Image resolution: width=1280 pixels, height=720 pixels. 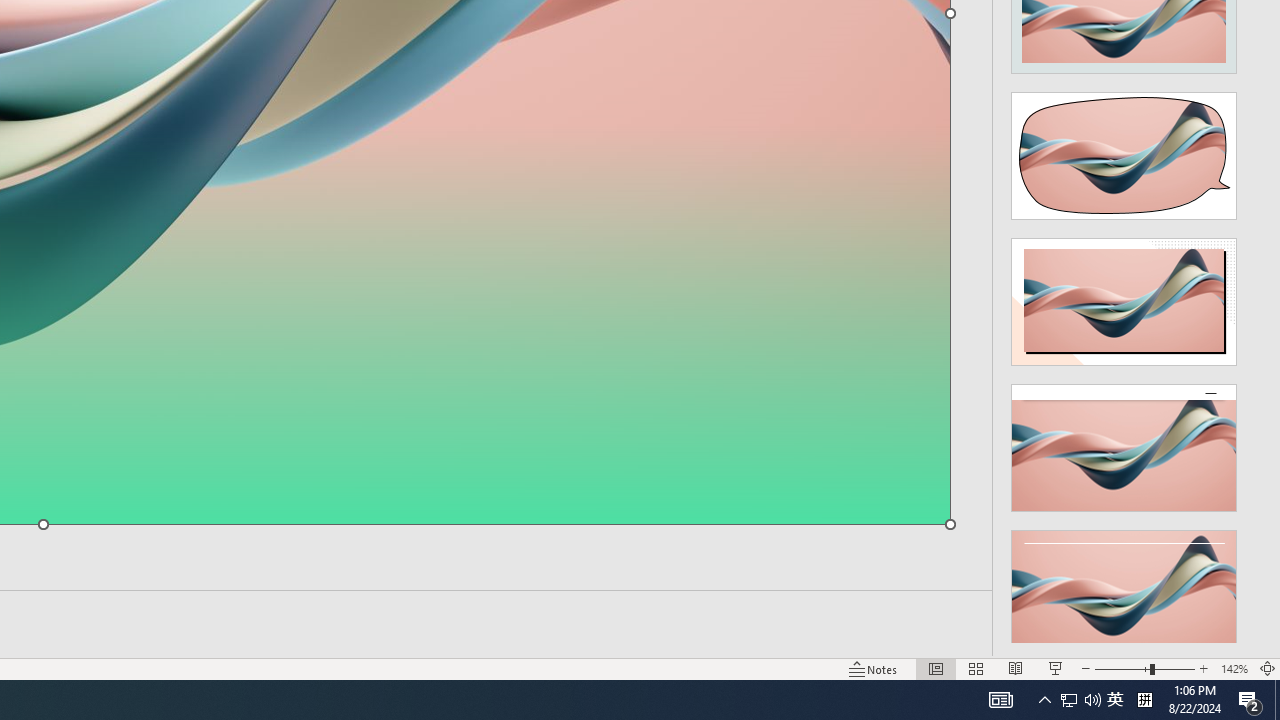 What do you see at coordinates (1233, 669) in the screenshot?
I see `'Zoom 142%'` at bounding box center [1233, 669].